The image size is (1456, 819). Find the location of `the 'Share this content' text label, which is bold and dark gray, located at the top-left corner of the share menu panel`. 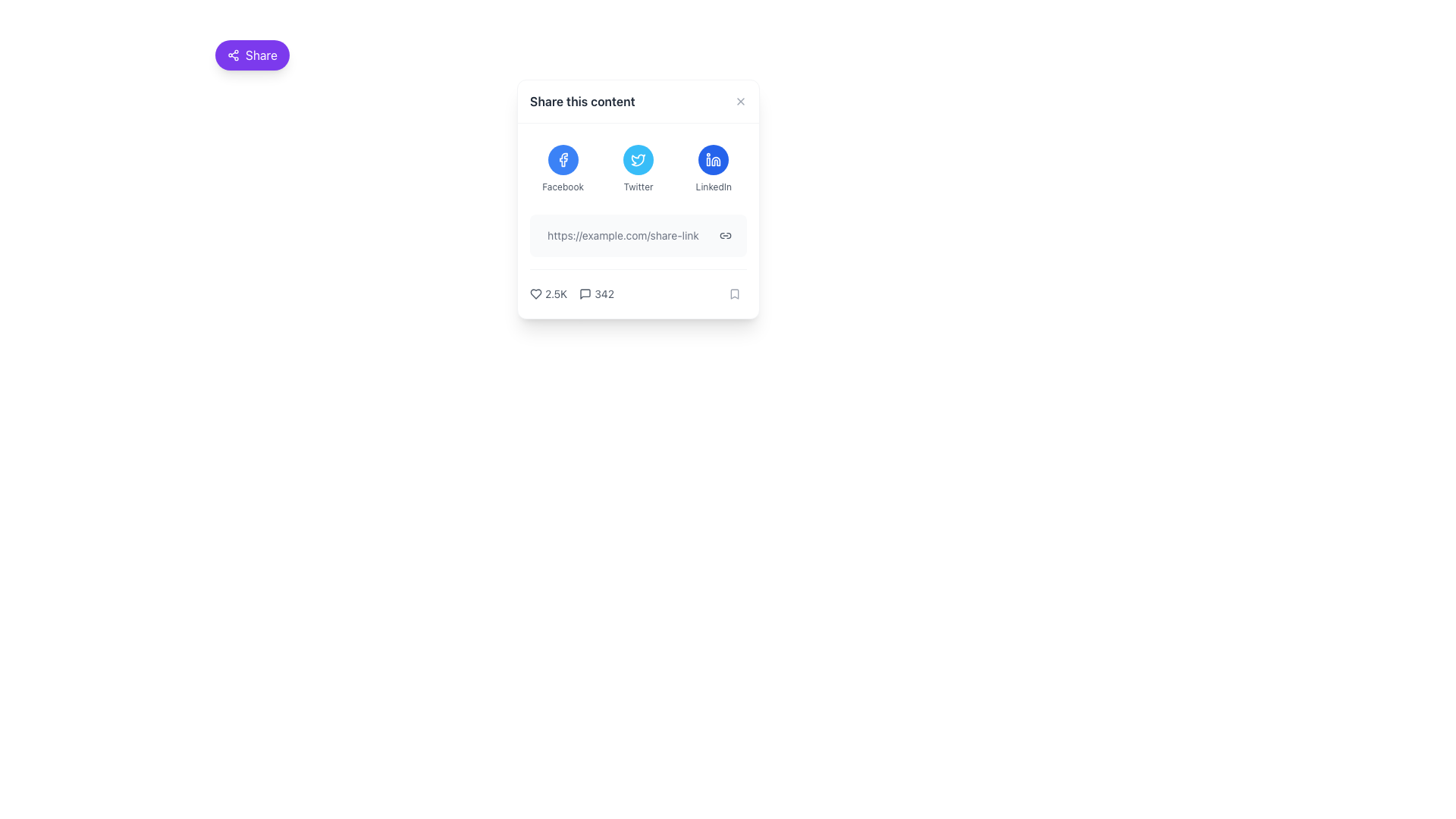

the 'Share this content' text label, which is bold and dark gray, located at the top-left corner of the share menu panel is located at coordinates (582, 102).